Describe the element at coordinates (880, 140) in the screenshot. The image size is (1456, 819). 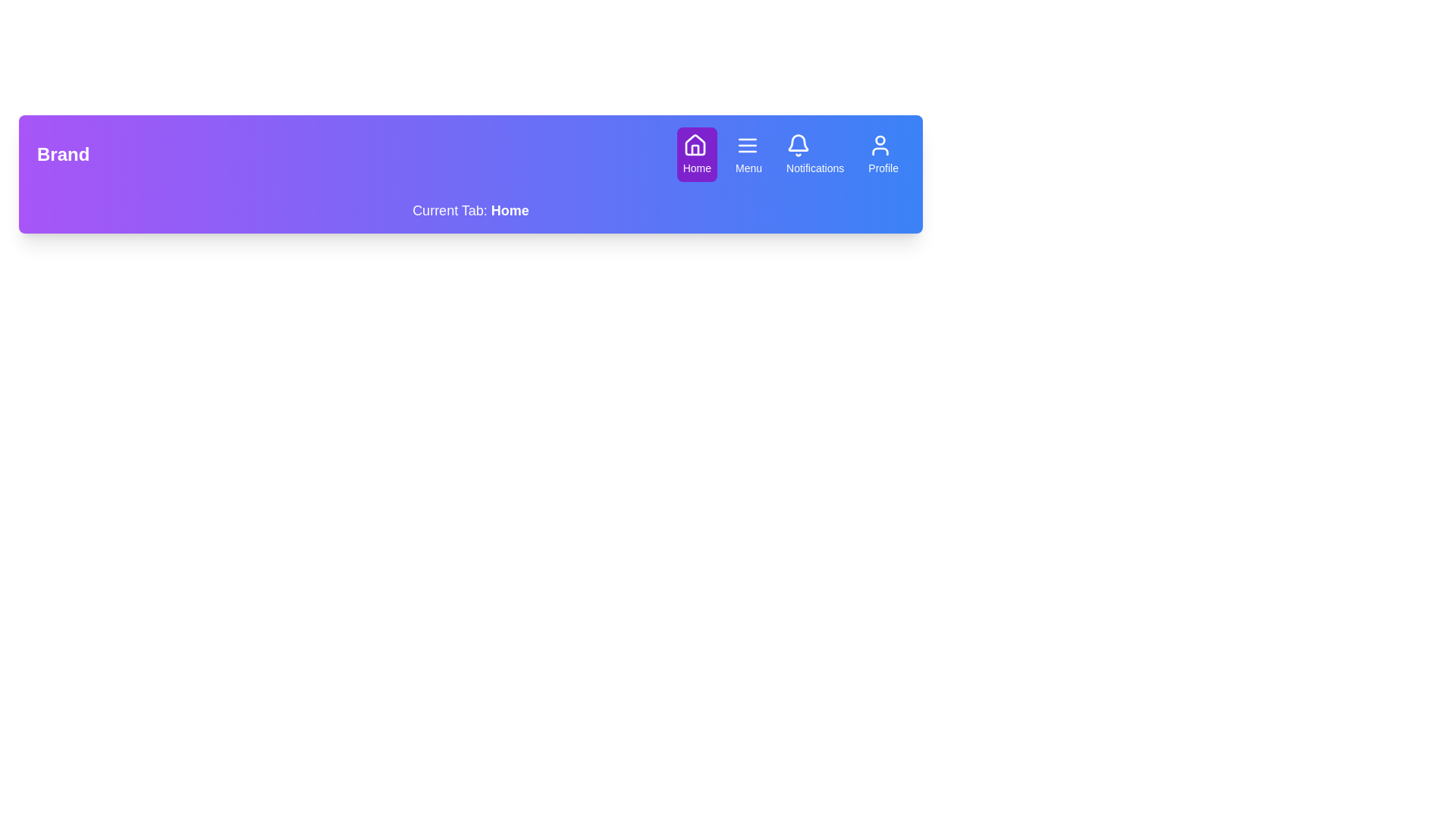
I see `the small circular shape element in the user profile section located at the topmost part of the profile icon, adjacent to the 'Profile' text label` at that location.